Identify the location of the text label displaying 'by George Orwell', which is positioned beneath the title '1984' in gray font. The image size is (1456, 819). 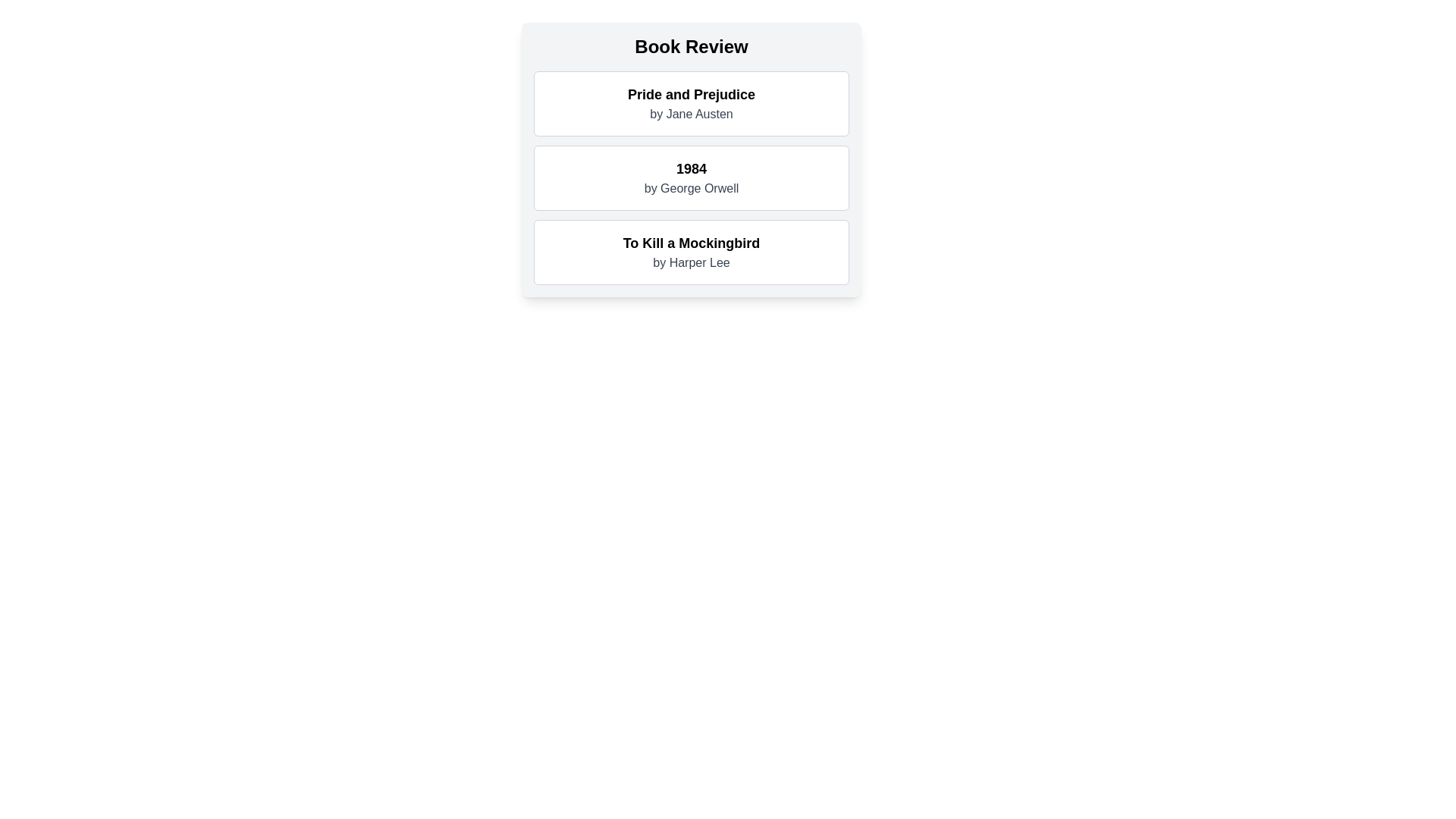
(691, 188).